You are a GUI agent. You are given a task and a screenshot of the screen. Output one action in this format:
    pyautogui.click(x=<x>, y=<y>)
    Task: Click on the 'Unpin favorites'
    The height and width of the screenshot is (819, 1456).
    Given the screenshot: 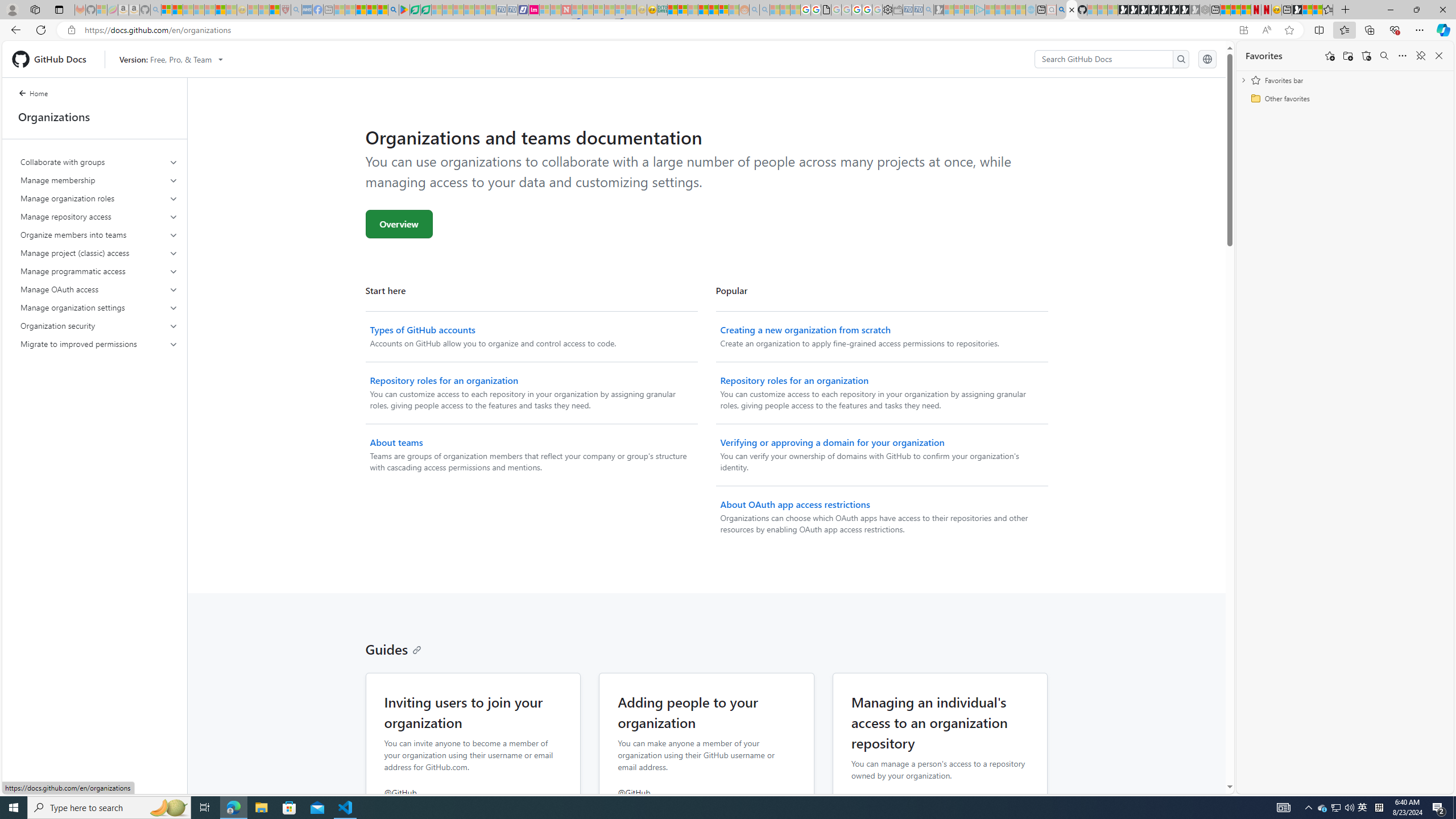 What is the action you would take?
    pyautogui.click(x=1420, y=55)
    